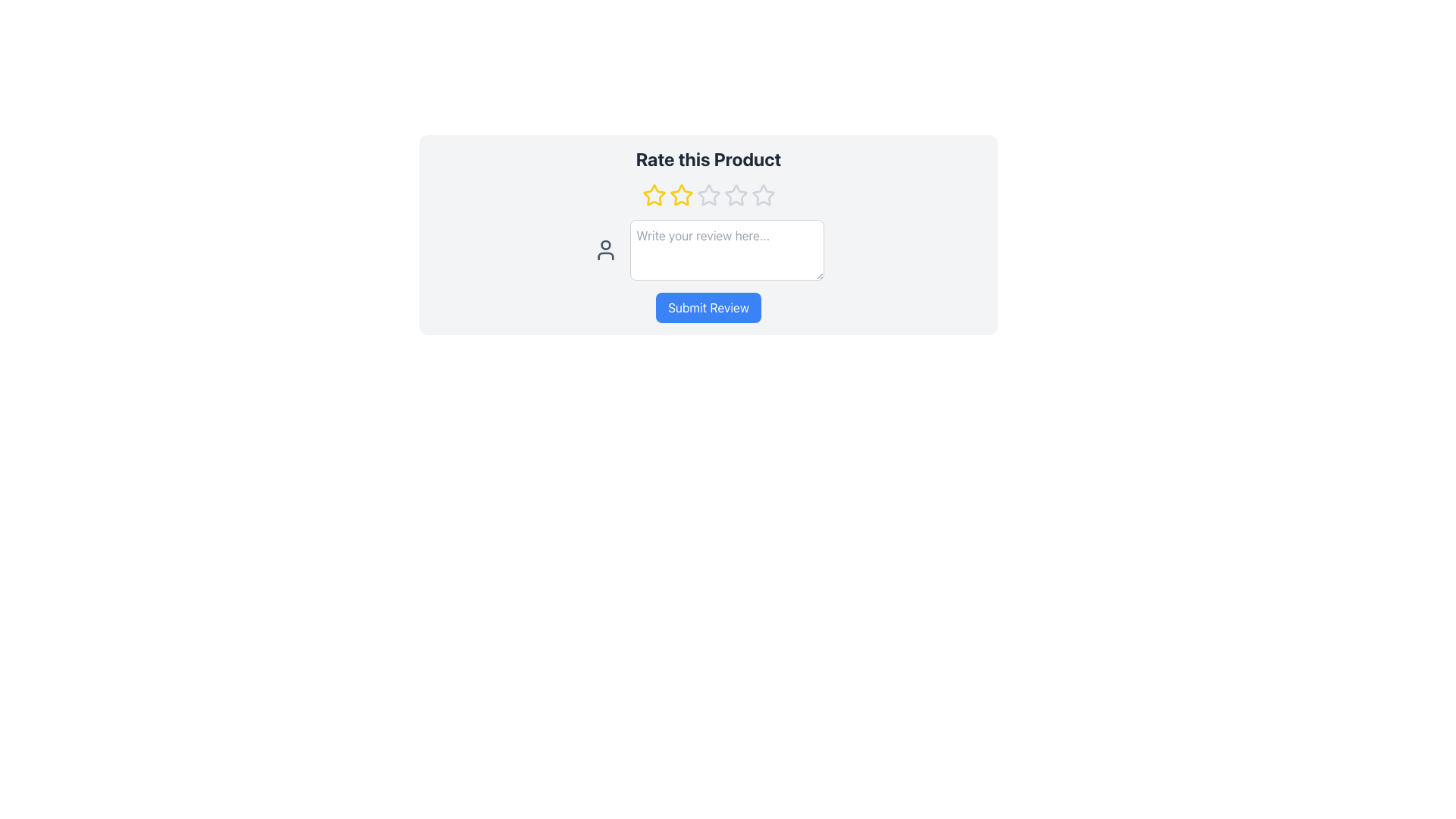  What do you see at coordinates (680, 195) in the screenshot?
I see `the second star in the rating component` at bounding box center [680, 195].